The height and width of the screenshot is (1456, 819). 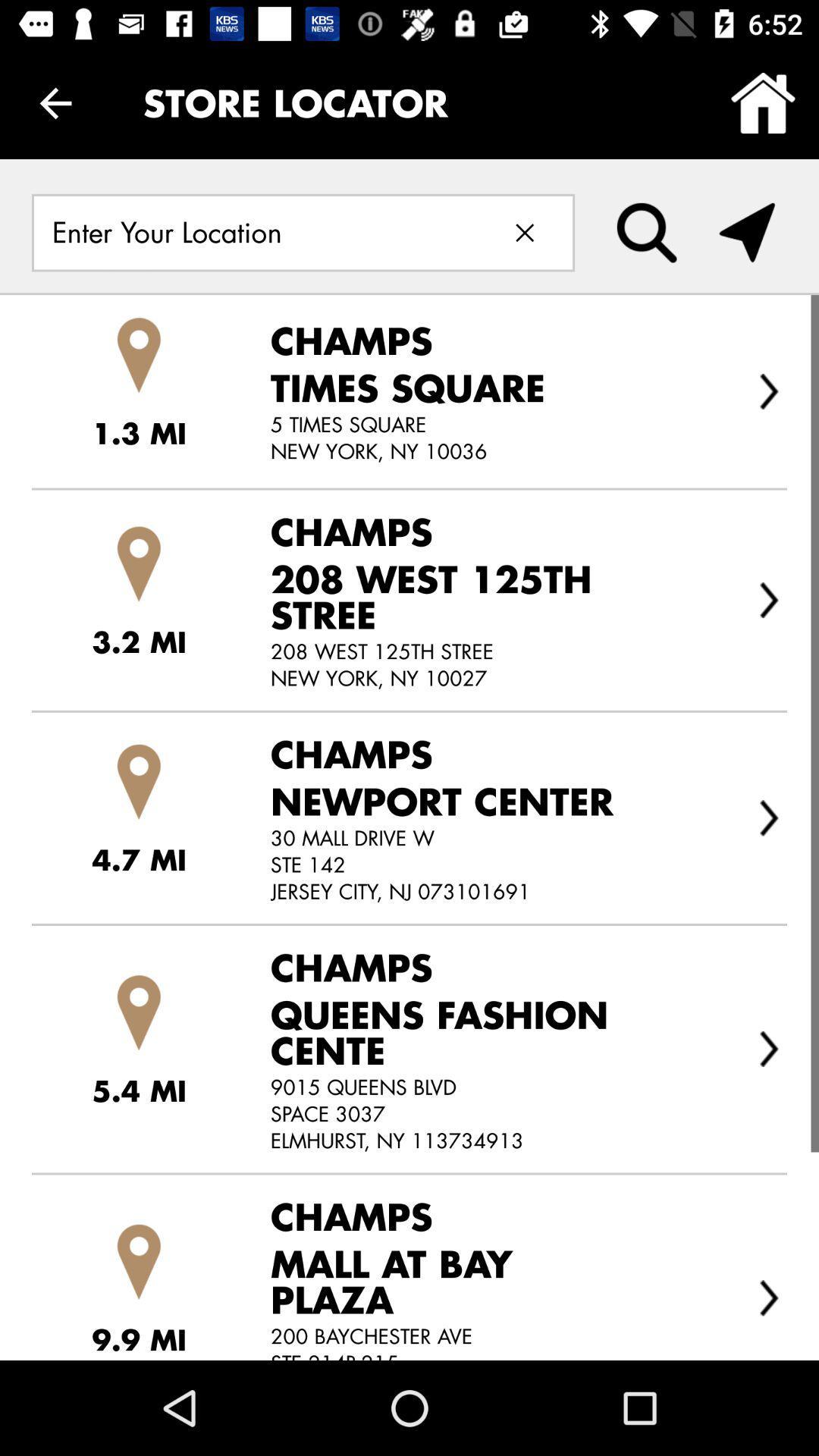 I want to click on location, so click(x=255, y=232).